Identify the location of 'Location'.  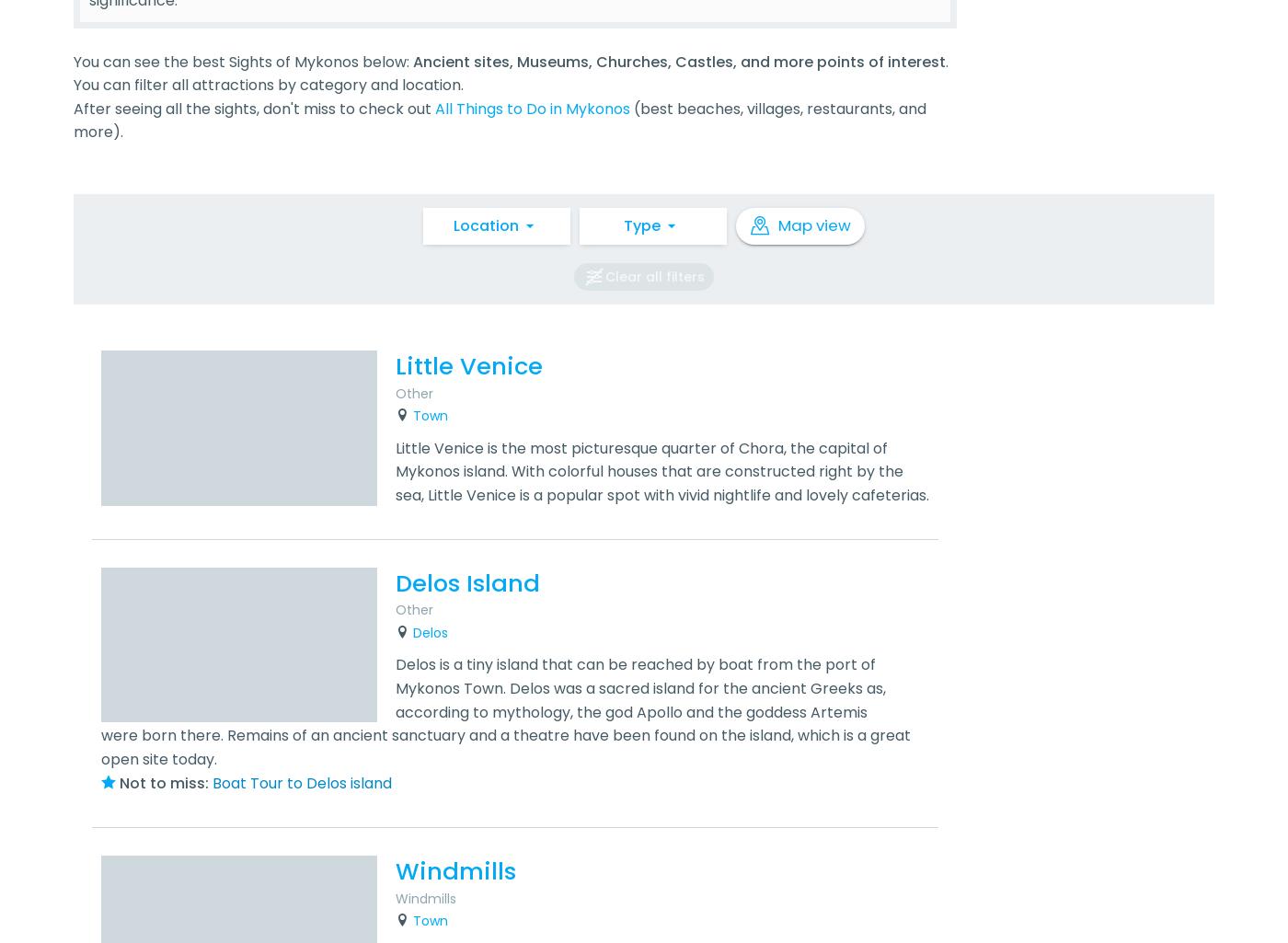
(452, 224).